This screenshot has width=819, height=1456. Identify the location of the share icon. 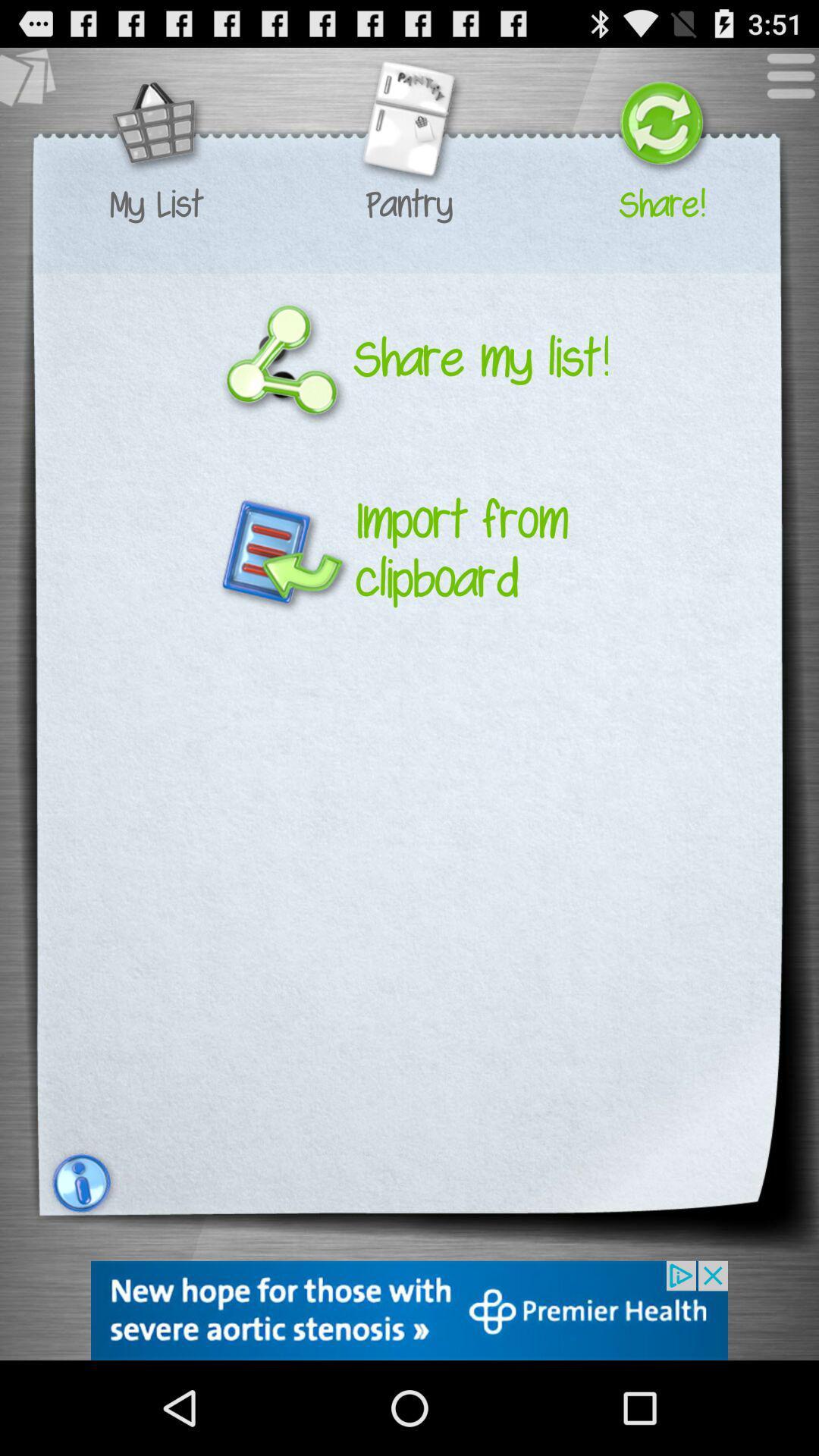
(661, 126).